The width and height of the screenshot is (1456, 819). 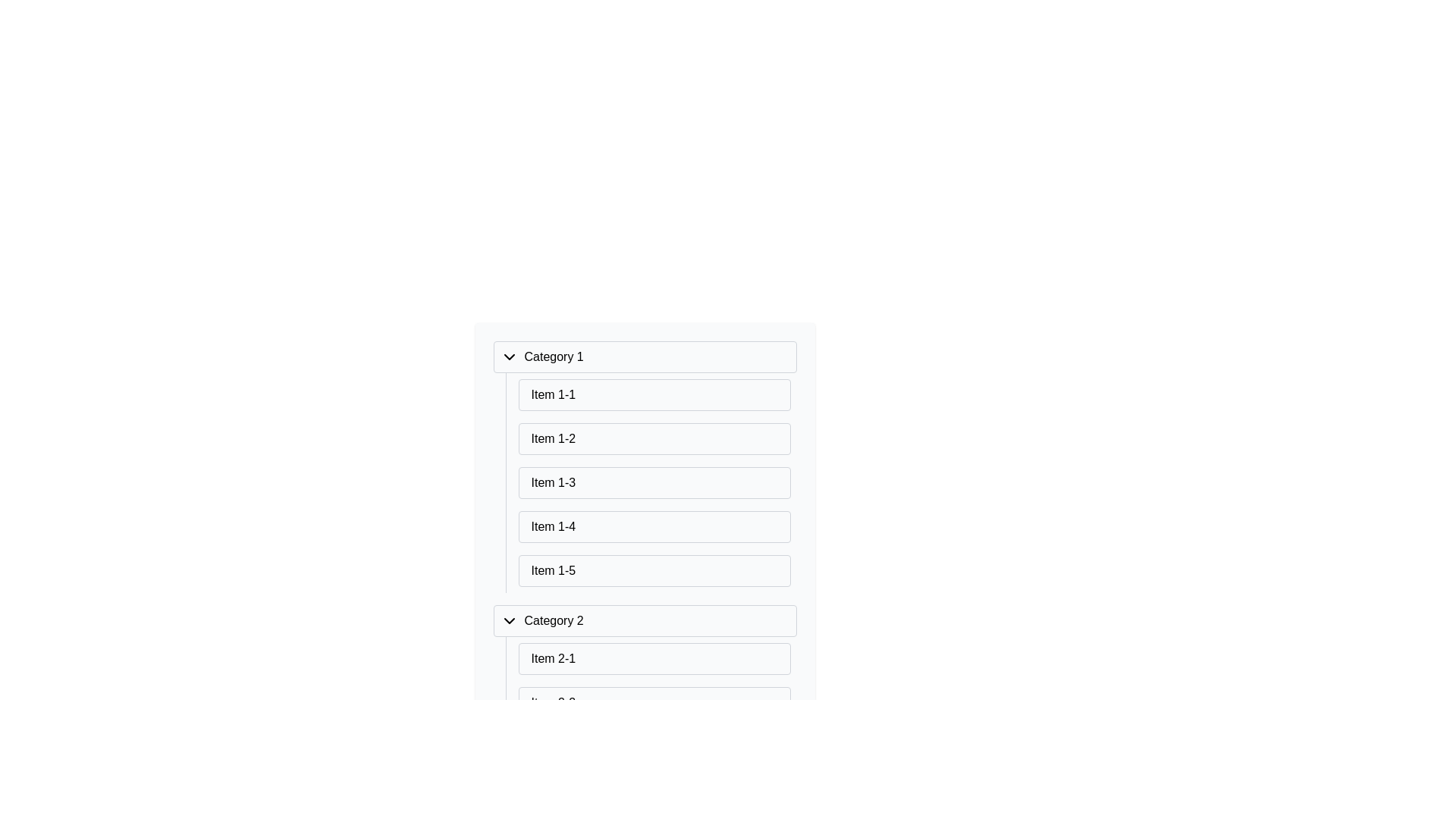 What do you see at coordinates (654, 702) in the screenshot?
I see `the List Item element labeled 'Item 2-2' located under 'Category 2'` at bounding box center [654, 702].